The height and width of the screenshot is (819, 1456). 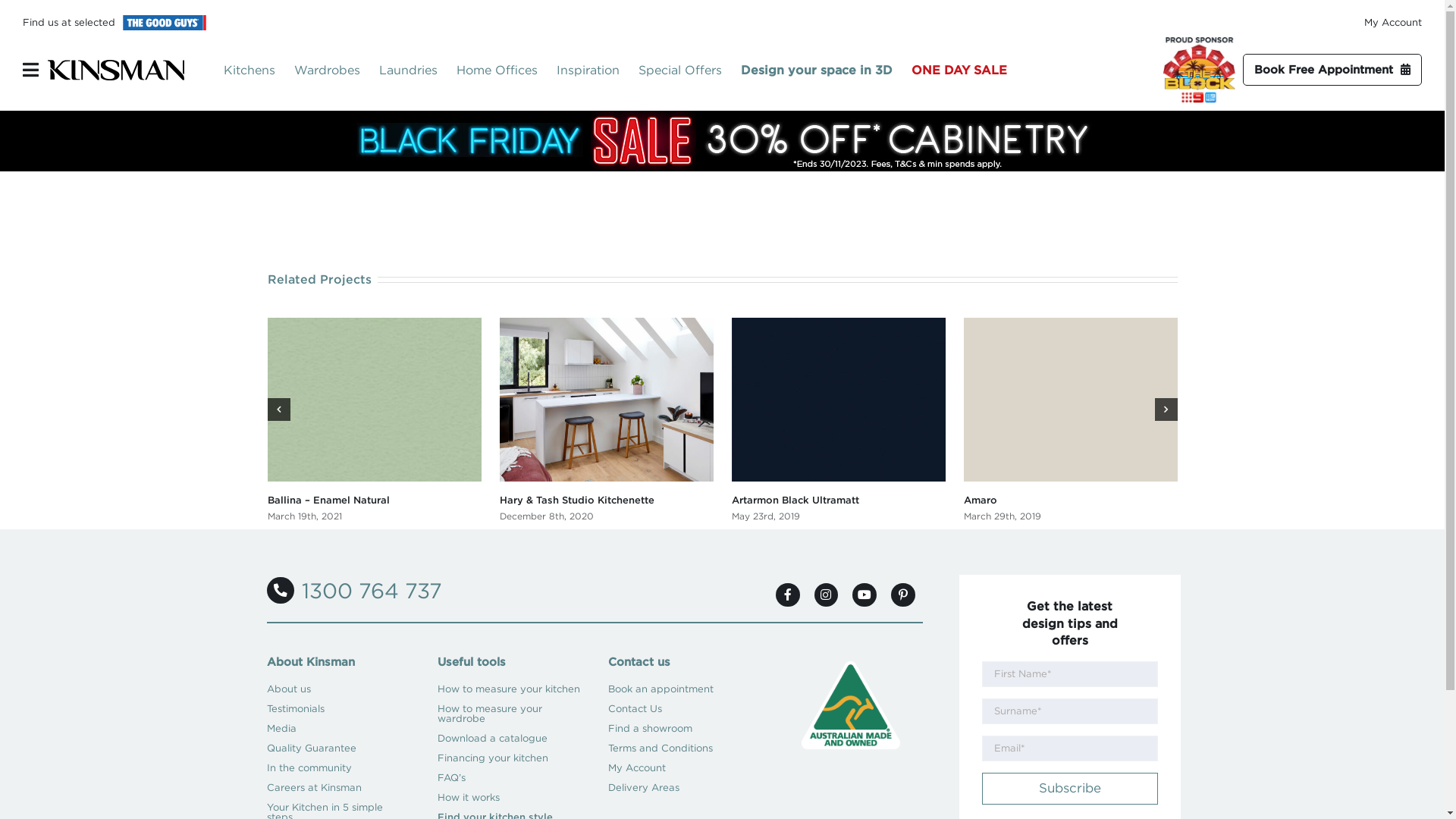 I want to click on 'How to measure your wardrobe', so click(x=436, y=714).